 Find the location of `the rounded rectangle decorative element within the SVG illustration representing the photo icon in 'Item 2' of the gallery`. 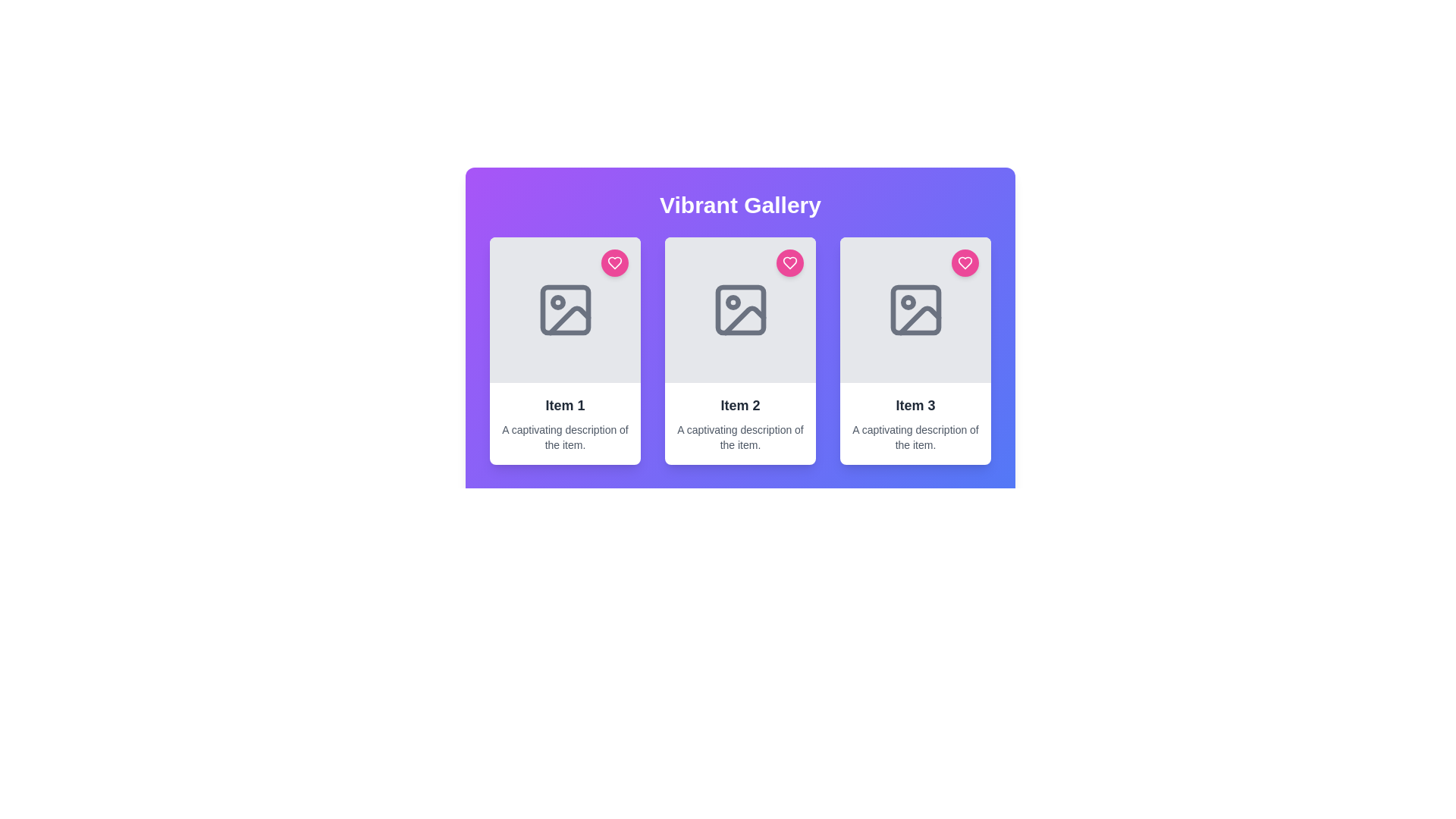

the rounded rectangle decorative element within the SVG illustration representing the photo icon in 'Item 2' of the gallery is located at coordinates (740, 309).